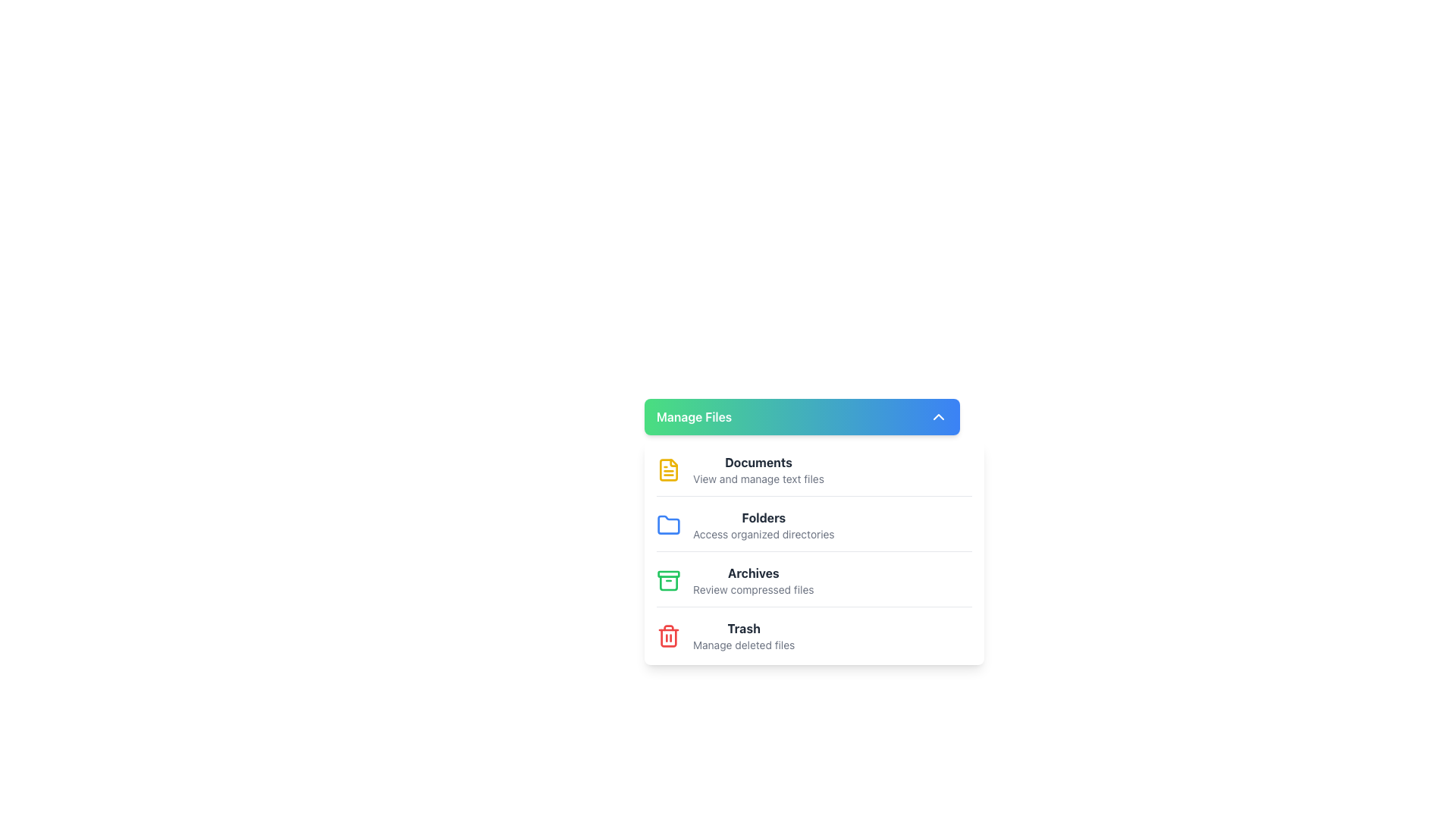  What do you see at coordinates (814, 636) in the screenshot?
I see `the fourth list item that manages deleted files, located at the bottom of the list` at bounding box center [814, 636].